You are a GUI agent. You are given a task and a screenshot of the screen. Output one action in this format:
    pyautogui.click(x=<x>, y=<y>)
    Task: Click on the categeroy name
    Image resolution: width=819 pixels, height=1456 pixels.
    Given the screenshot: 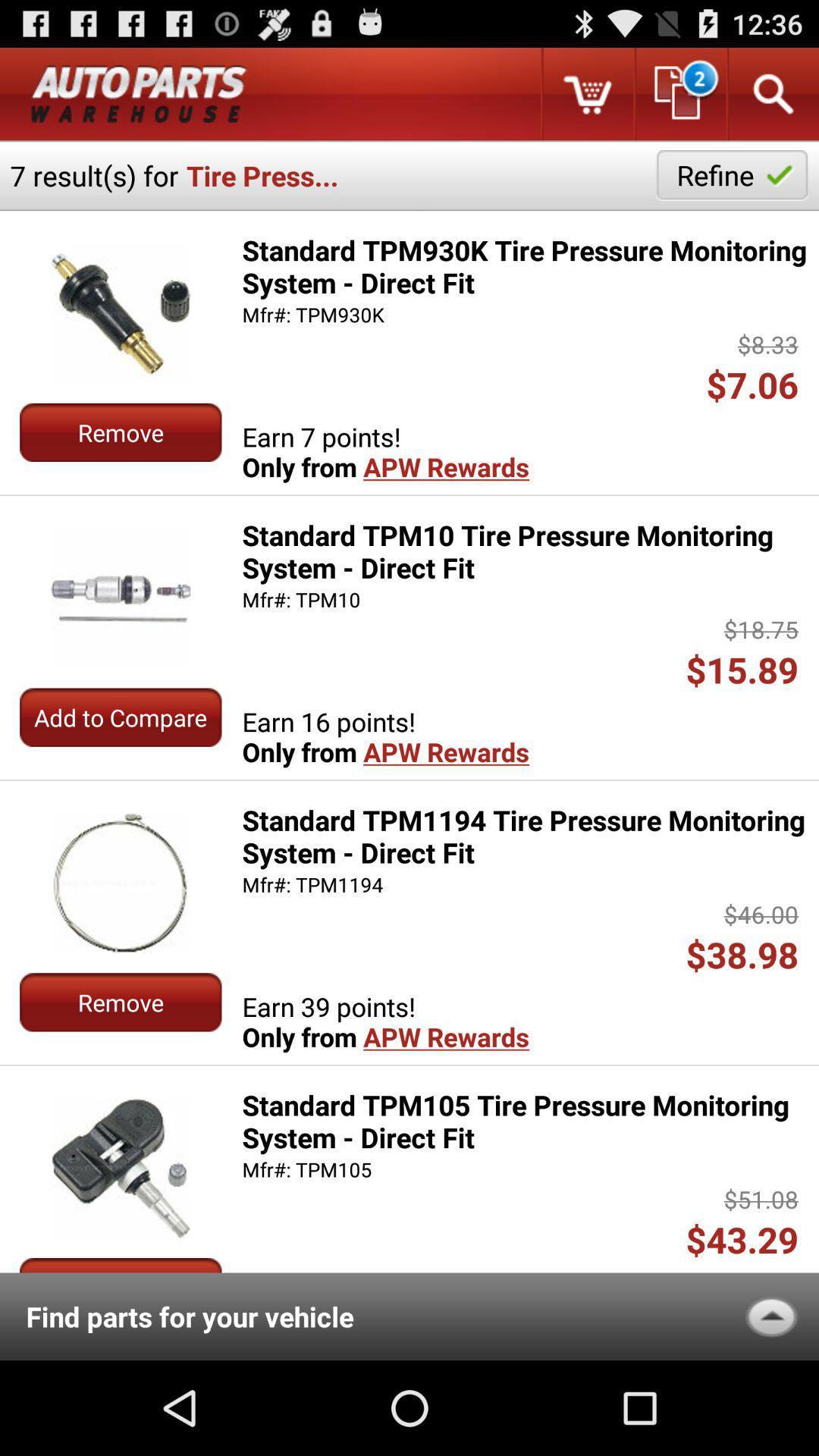 What is the action you would take?
    pyautogui.click(x=139, y=93)
    